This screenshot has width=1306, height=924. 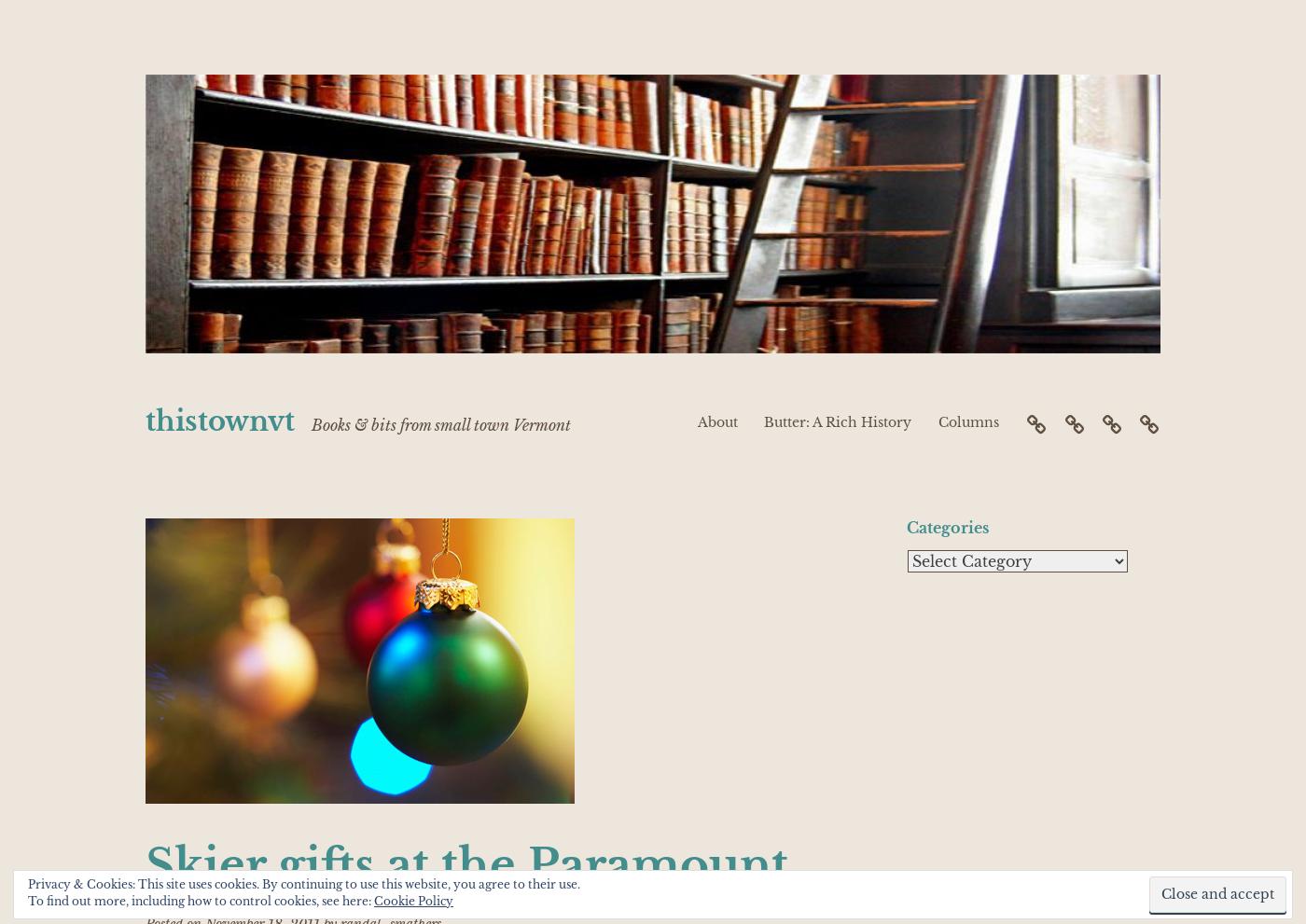 I want to click on 'About', so click(x=716, y=421).